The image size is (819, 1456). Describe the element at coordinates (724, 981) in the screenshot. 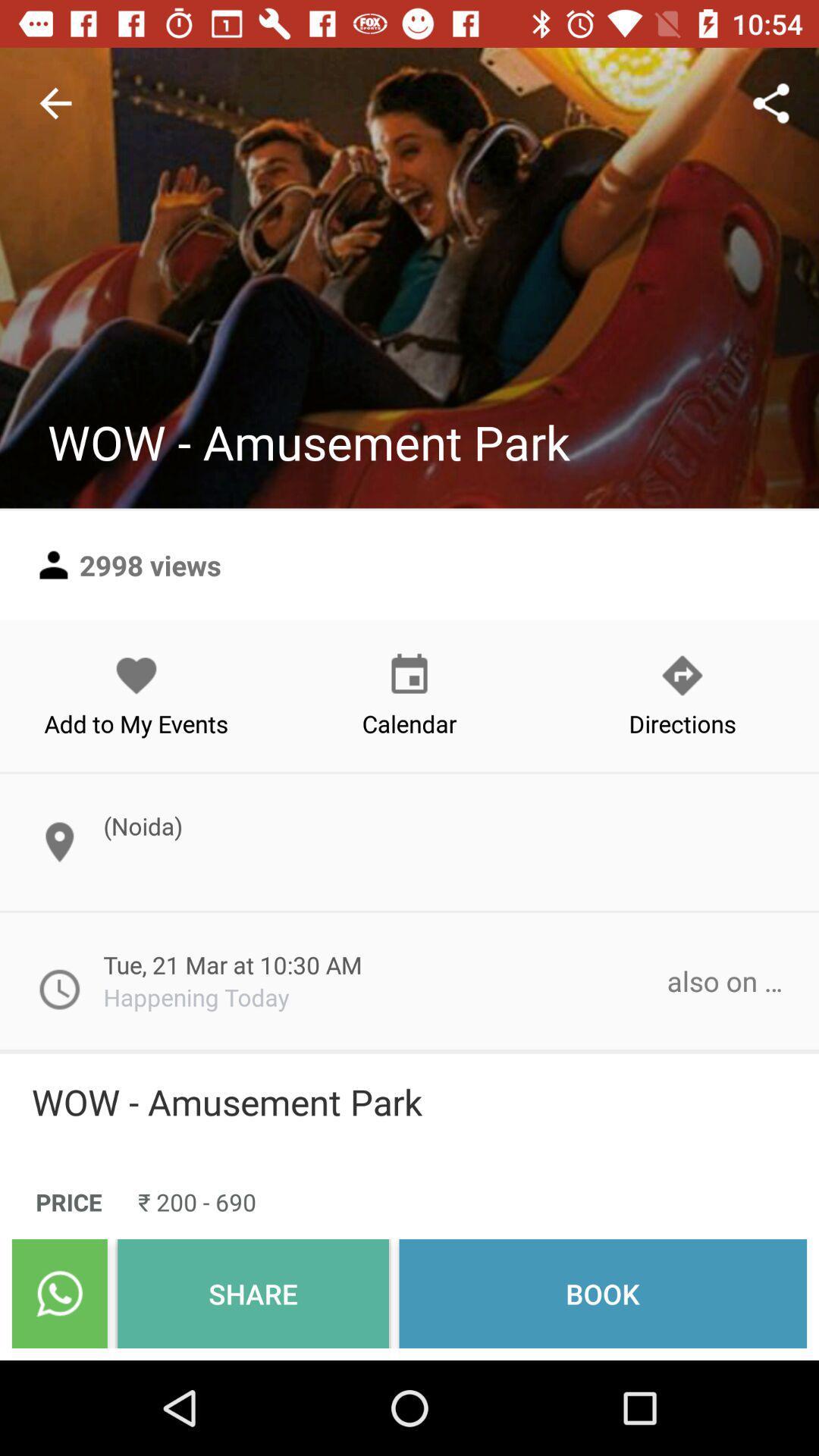

I see `icon next to the tue 21 mar` at that location.